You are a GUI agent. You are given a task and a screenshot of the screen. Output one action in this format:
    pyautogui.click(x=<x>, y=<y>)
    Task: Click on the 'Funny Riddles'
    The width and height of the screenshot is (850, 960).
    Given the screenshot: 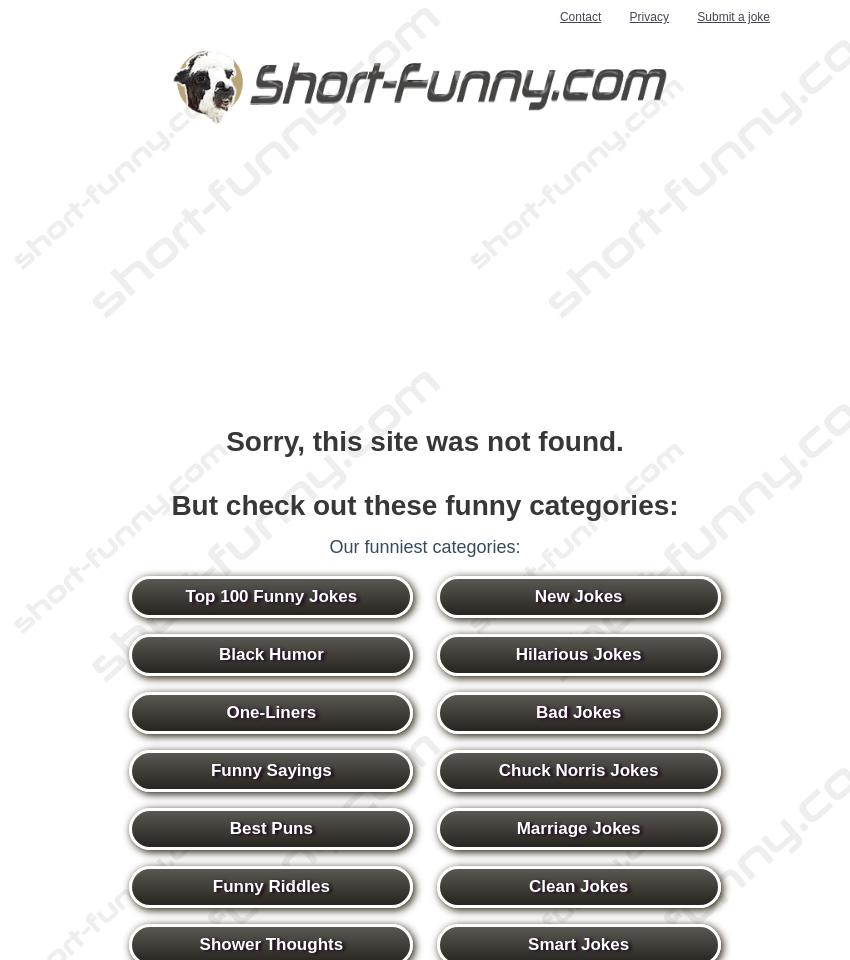 What is the action you would take?
    pyautogui.click(x=269, y=885)
    